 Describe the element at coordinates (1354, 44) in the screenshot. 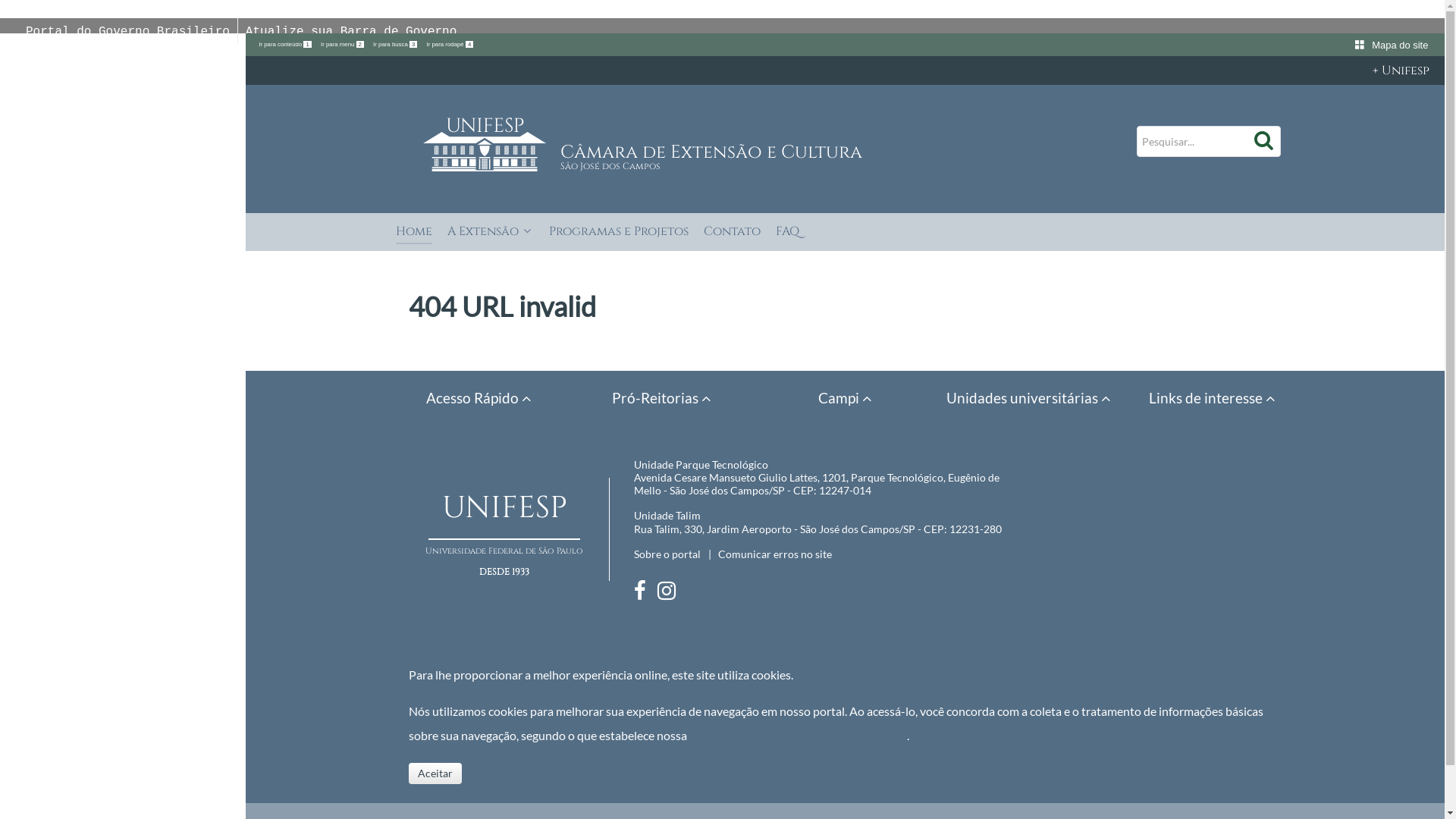

I see `' Mapa do site      '` at that location.